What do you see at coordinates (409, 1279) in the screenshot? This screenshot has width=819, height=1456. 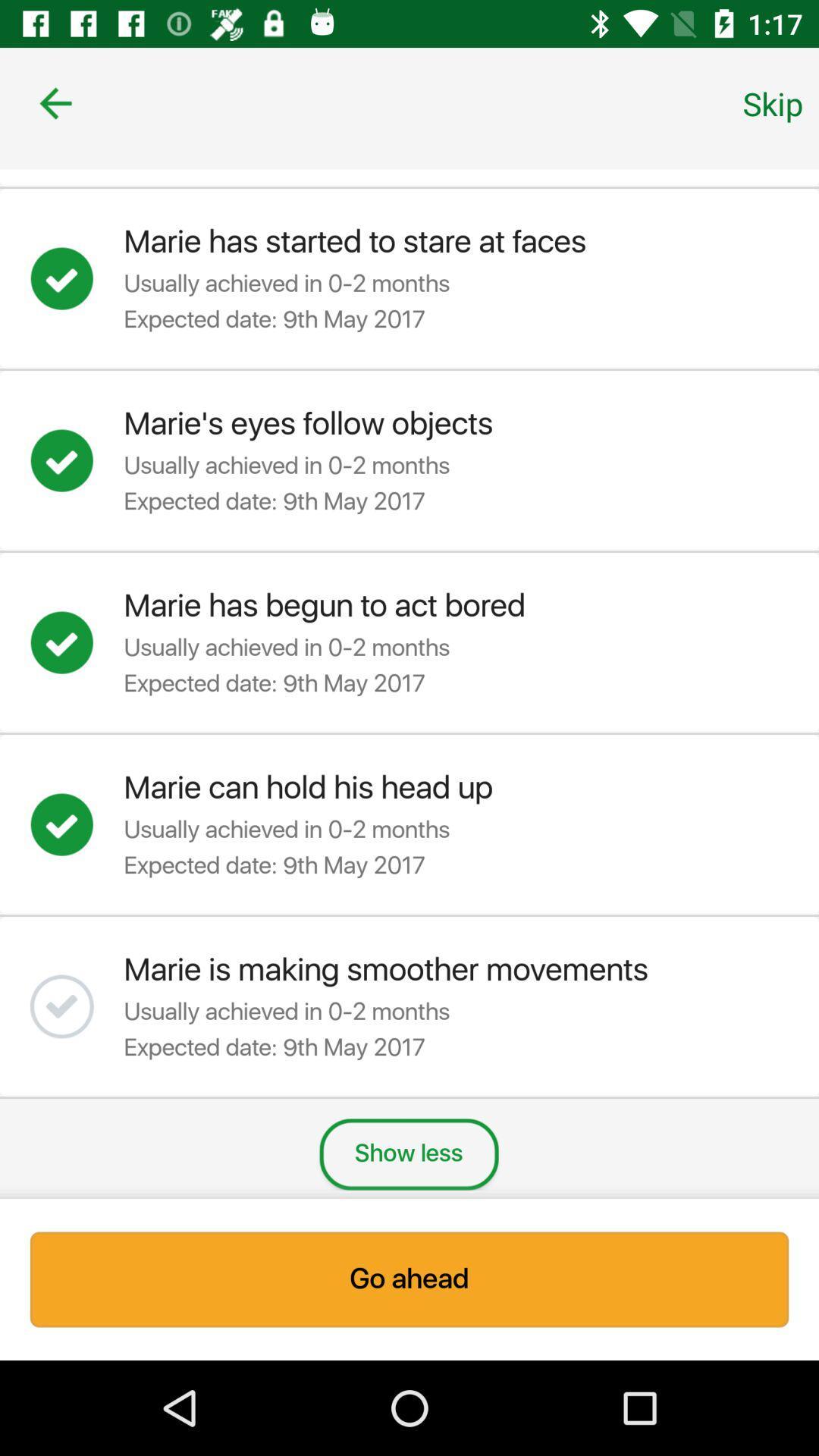 I see `item below show less` at bounding box center [409, 1279].